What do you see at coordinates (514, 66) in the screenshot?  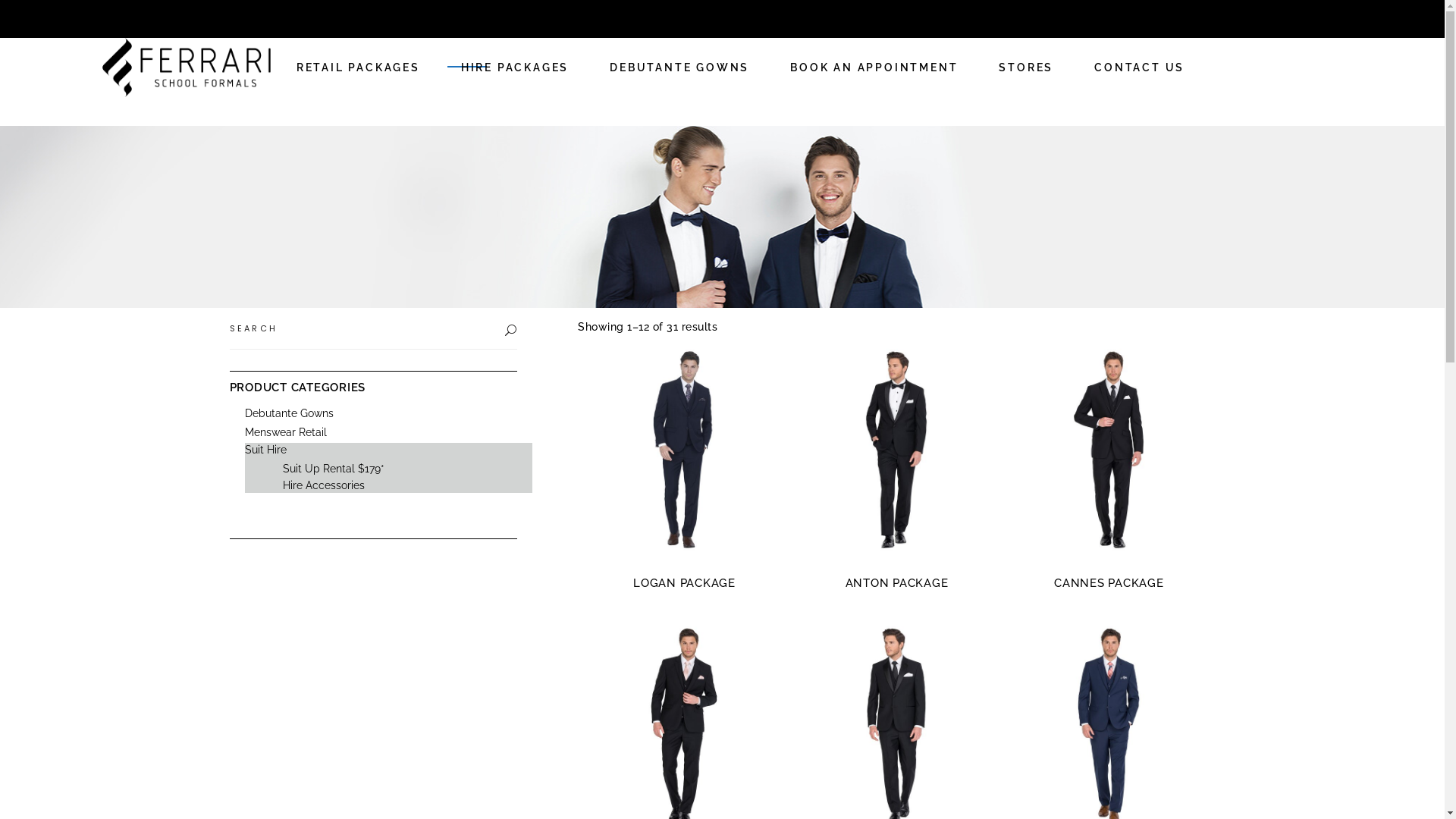 I see `'HIRE PACKAGES'` at bounding box center [514, 66].